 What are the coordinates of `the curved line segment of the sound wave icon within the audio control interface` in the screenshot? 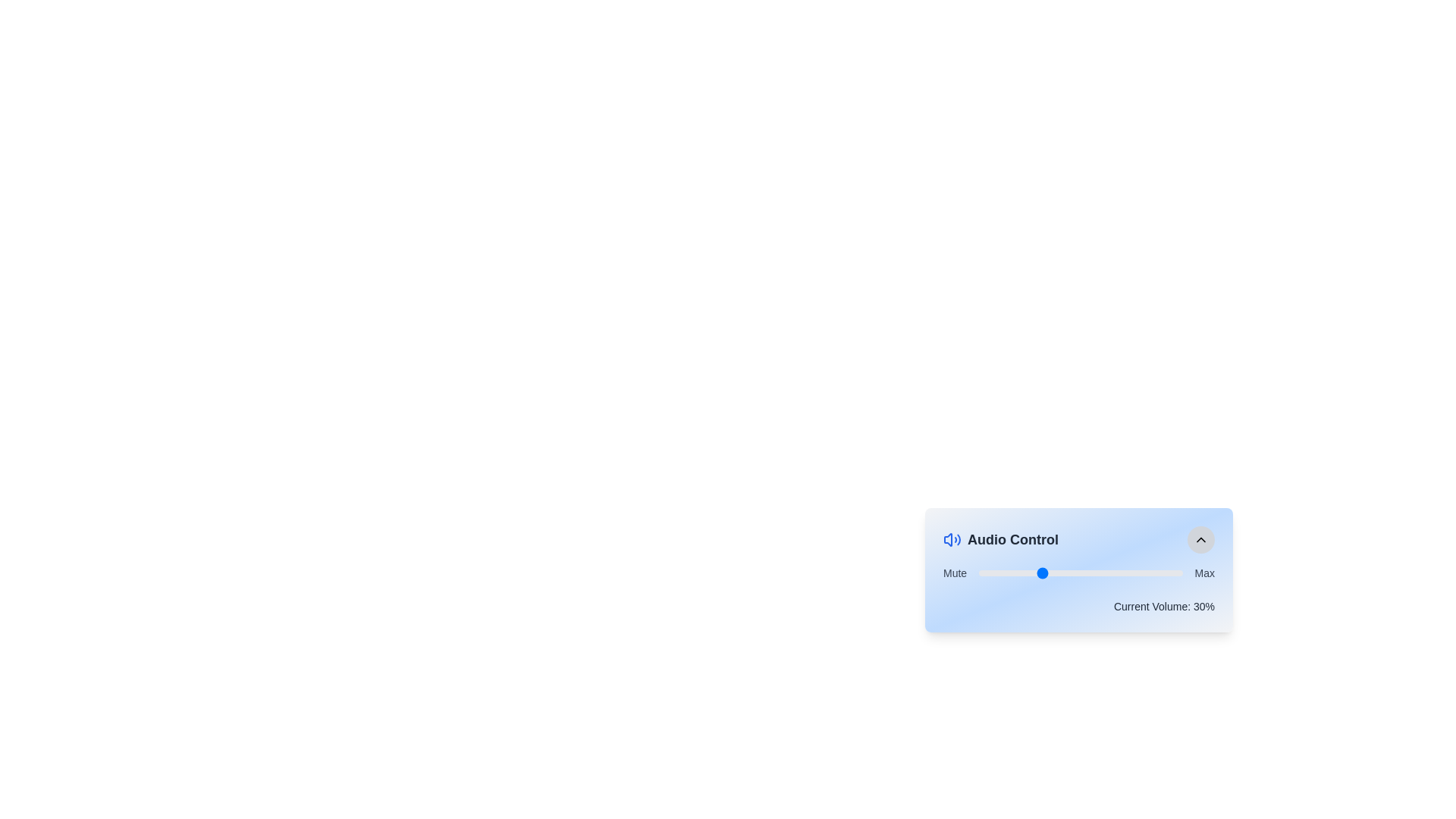 It's located at (958, 539).